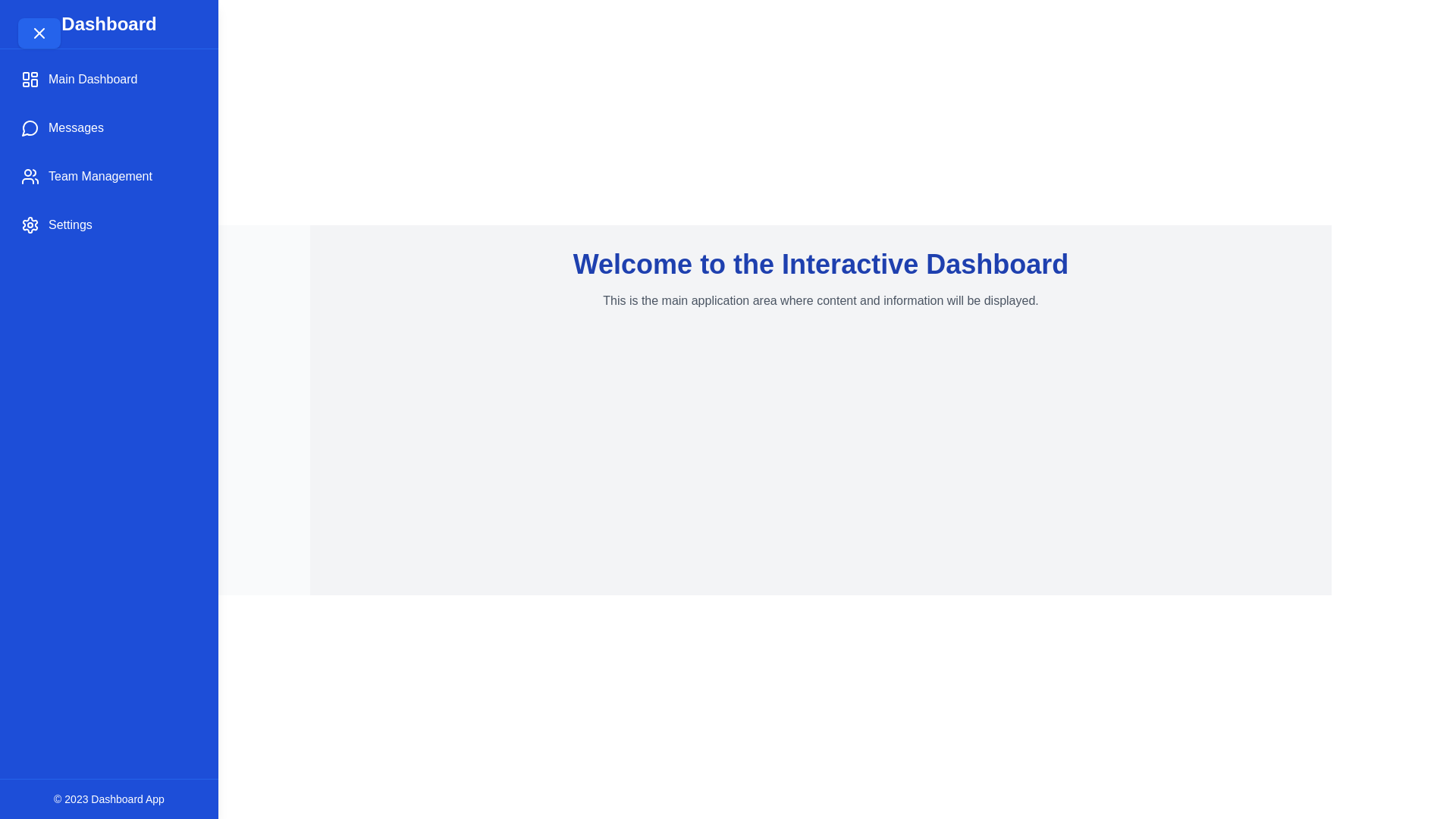 This screenshot has height=819, width=1456. What do you see at coordinates (108, 175) in the screenshot?
I see `the 'Team Management' list item in the drawer` at bounding box center [108, 175].